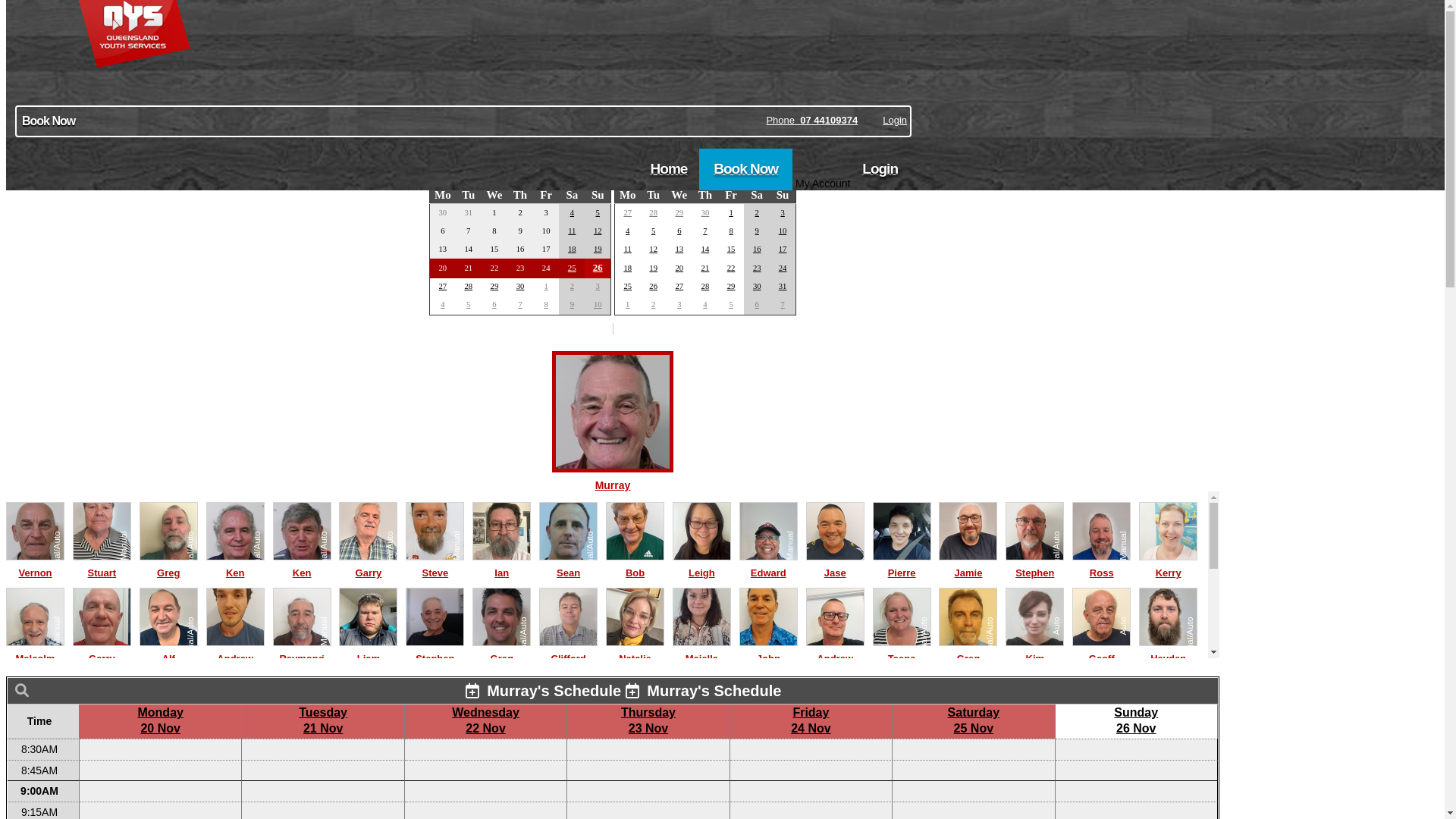 Image resolution: width=1456 pixels, height=819 pixels. Describe the element at coordinates (571, 304) in the screenshot. I see `'9'` at that location.